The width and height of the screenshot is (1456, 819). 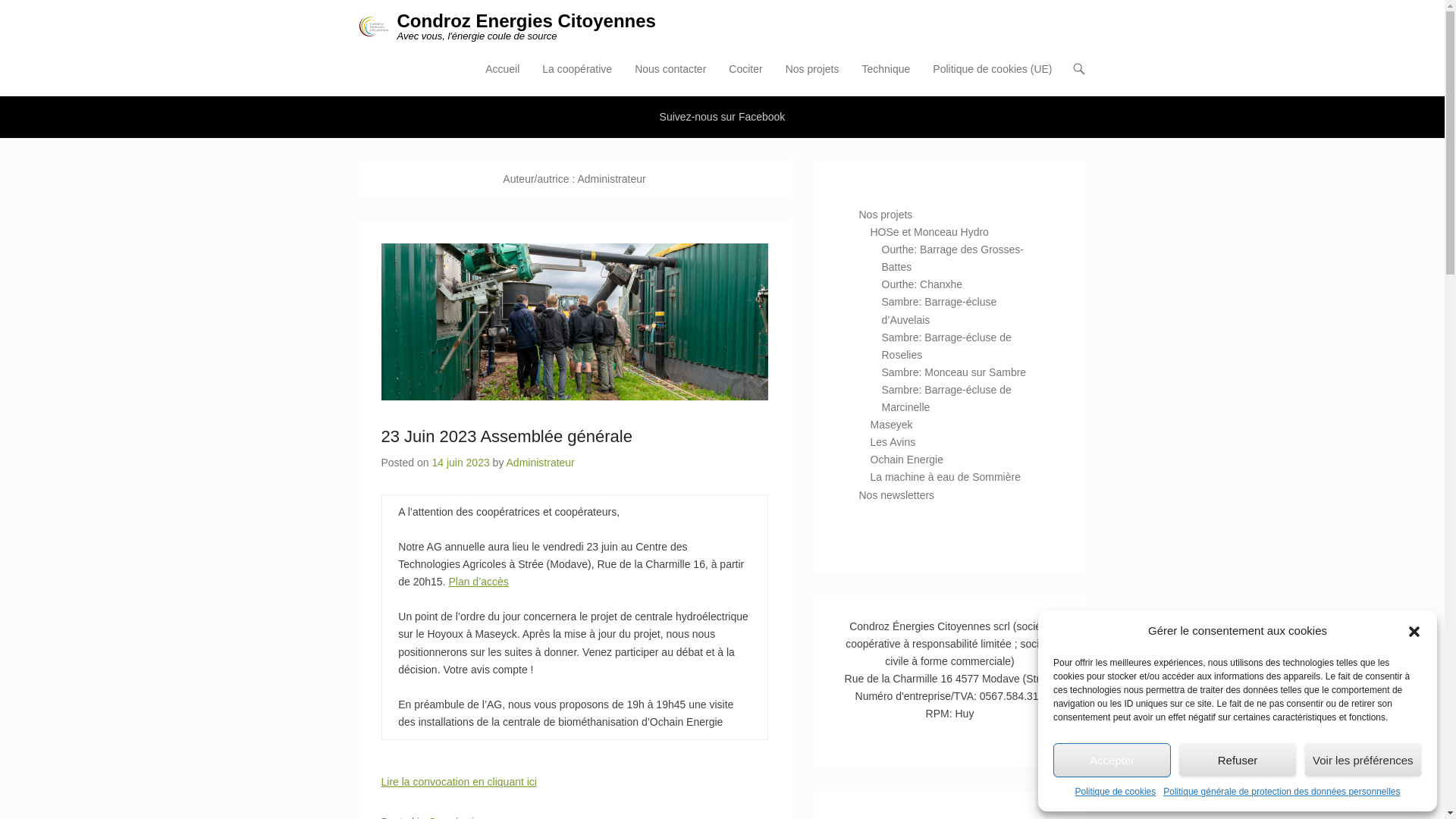 I want to click on 'Accepter', so click(x=1112, y=760).